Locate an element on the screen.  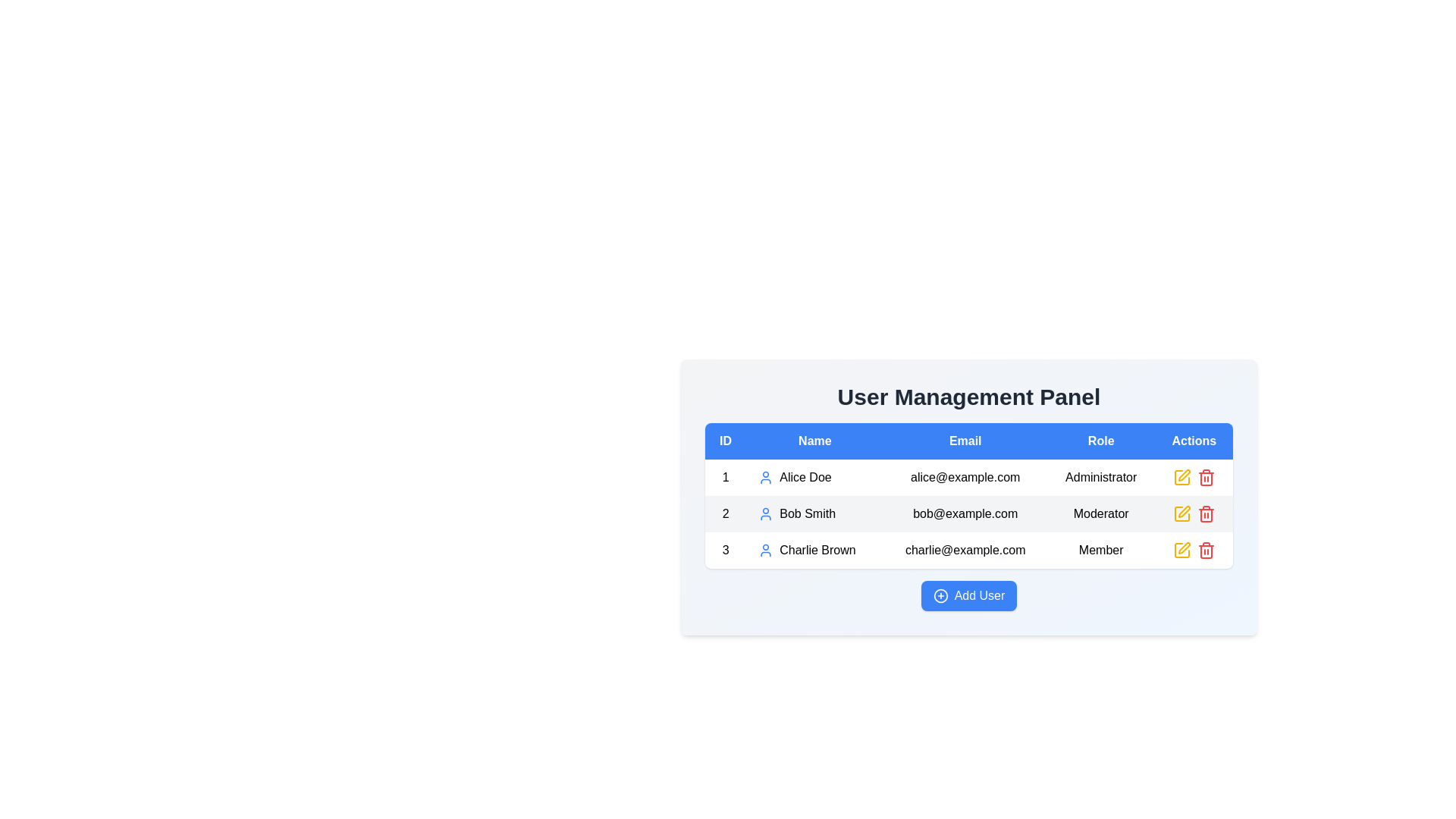
the delete icon button located in the Actions column of the second row of the user listing table is located at coordinates (1204, 513).